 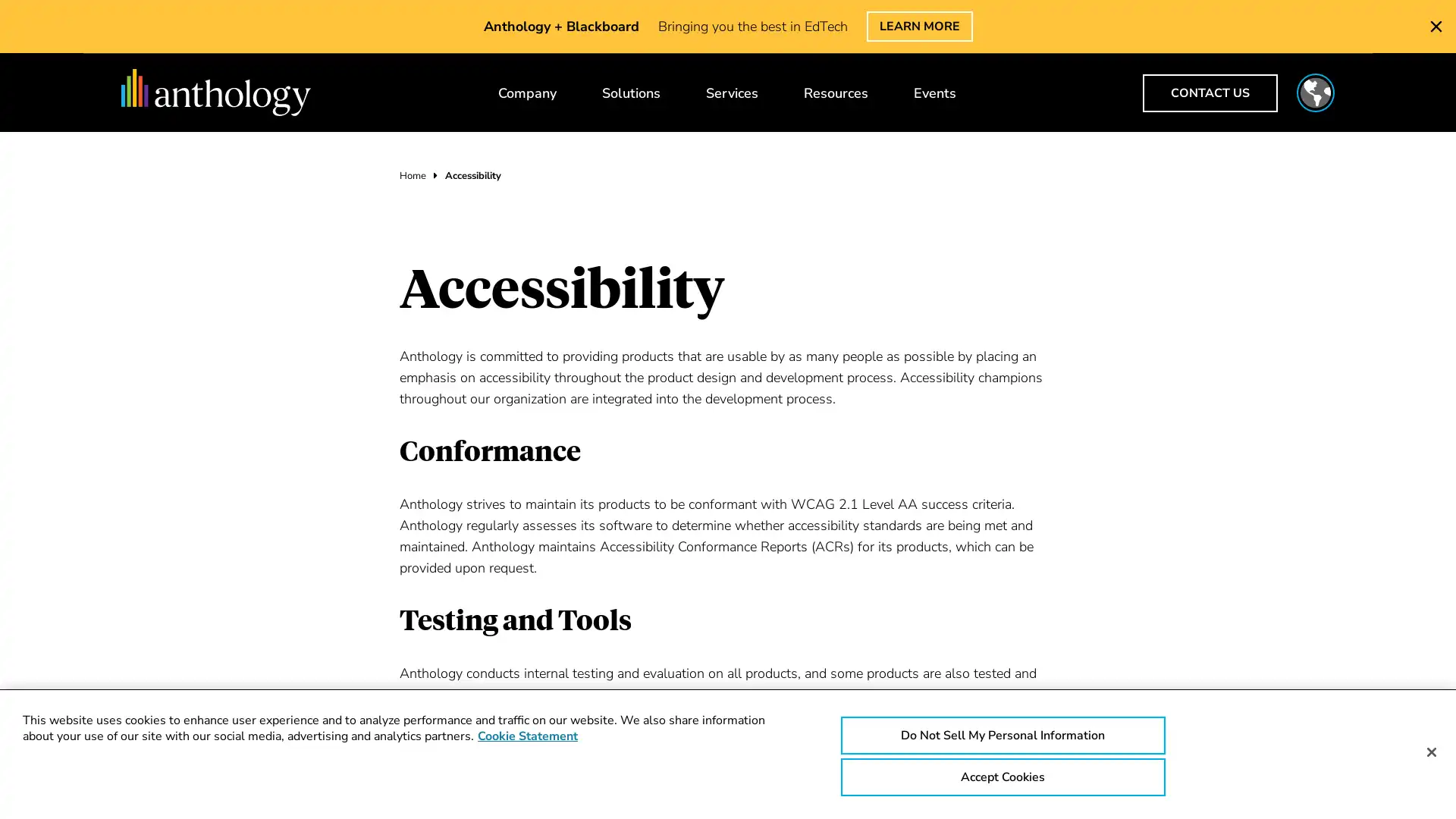 I want to click on CLOSE THE PAGE PEEL, so click(x=1436, y=26).